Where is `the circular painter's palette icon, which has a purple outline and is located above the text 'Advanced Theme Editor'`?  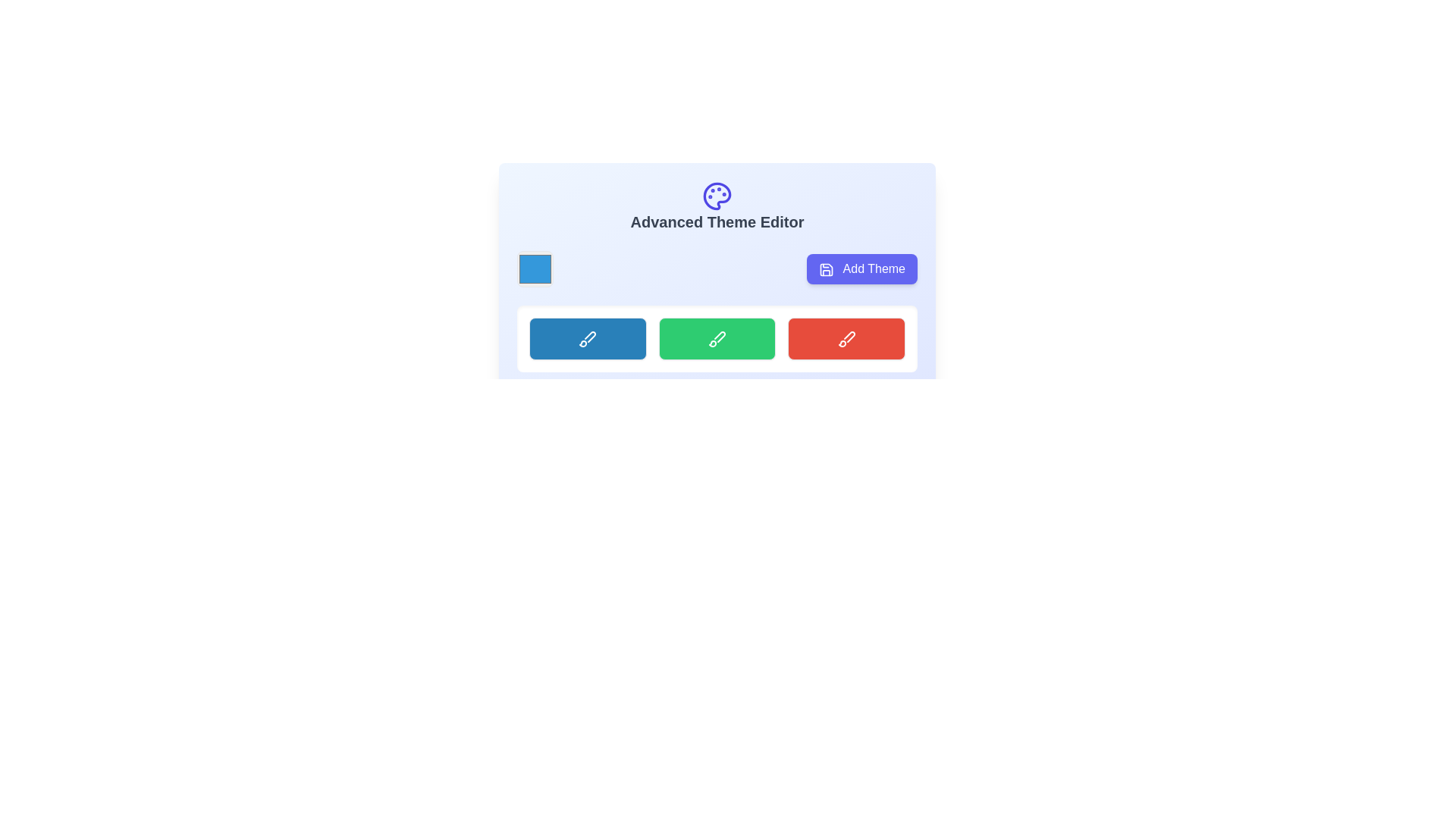
the circular painter's palette icon, which has a purple outline and is located above the text 'Advanced Theme Editor' is located at coordinates (716, 195).